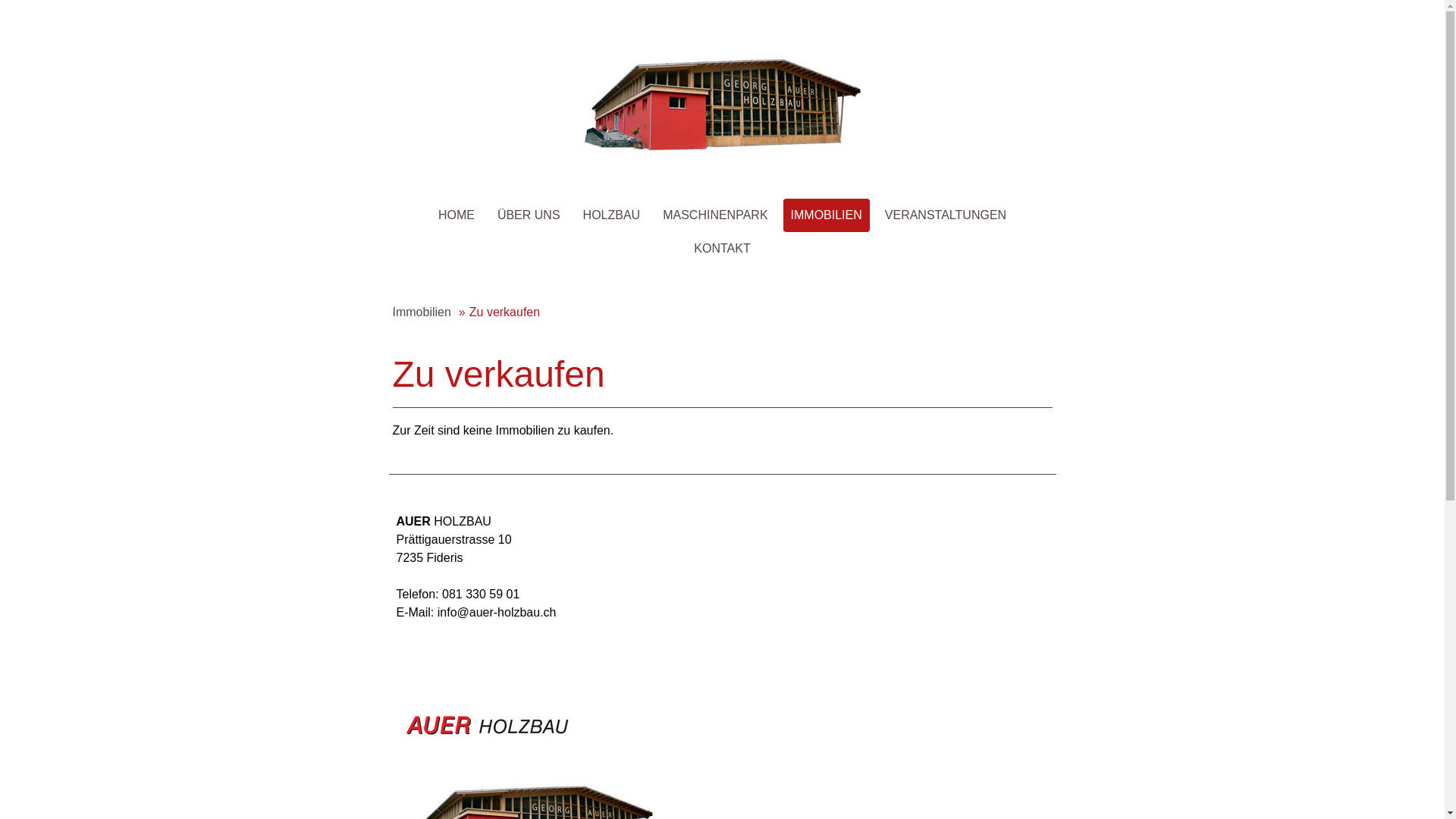  Describe the element at coordinates (714, 215) in the screenshot. I see `'MASCHINENPARK'` at that location.